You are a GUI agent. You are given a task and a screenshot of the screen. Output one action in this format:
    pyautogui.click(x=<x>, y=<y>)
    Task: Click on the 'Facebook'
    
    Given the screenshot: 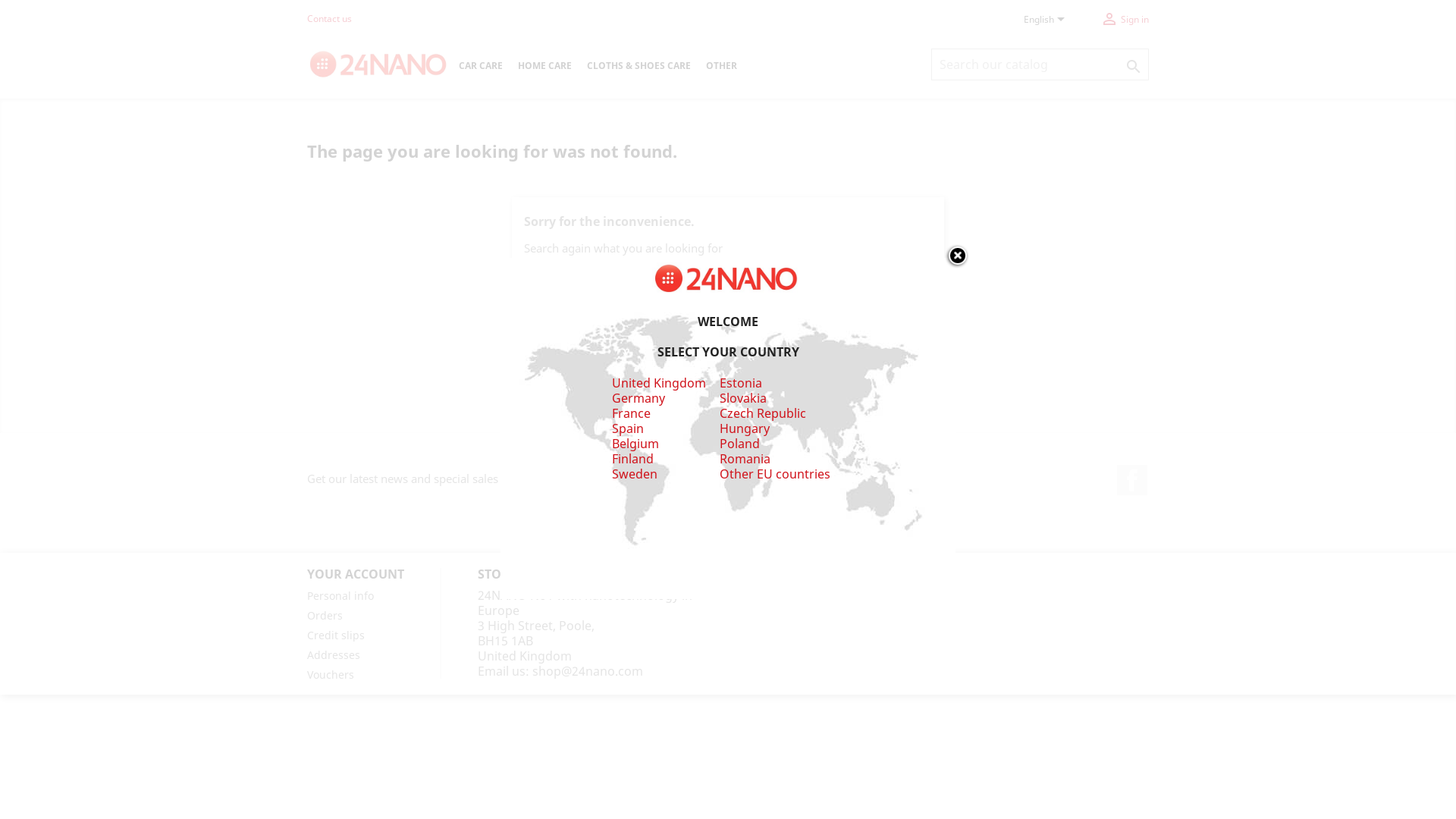 What is the action you would take?
    pyautogui.click(x=1131, y=479)
    